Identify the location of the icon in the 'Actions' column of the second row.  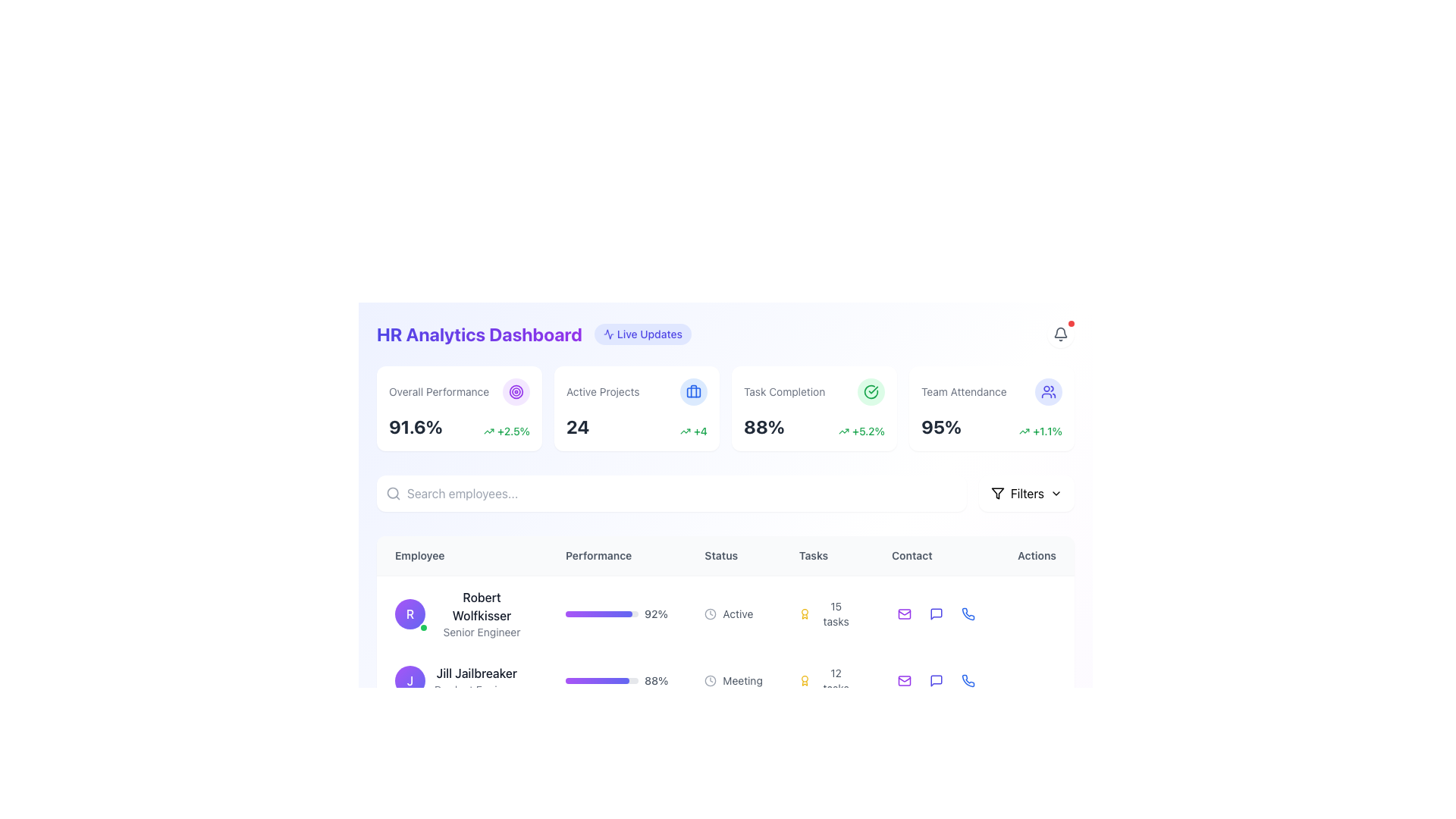
(935, 680).